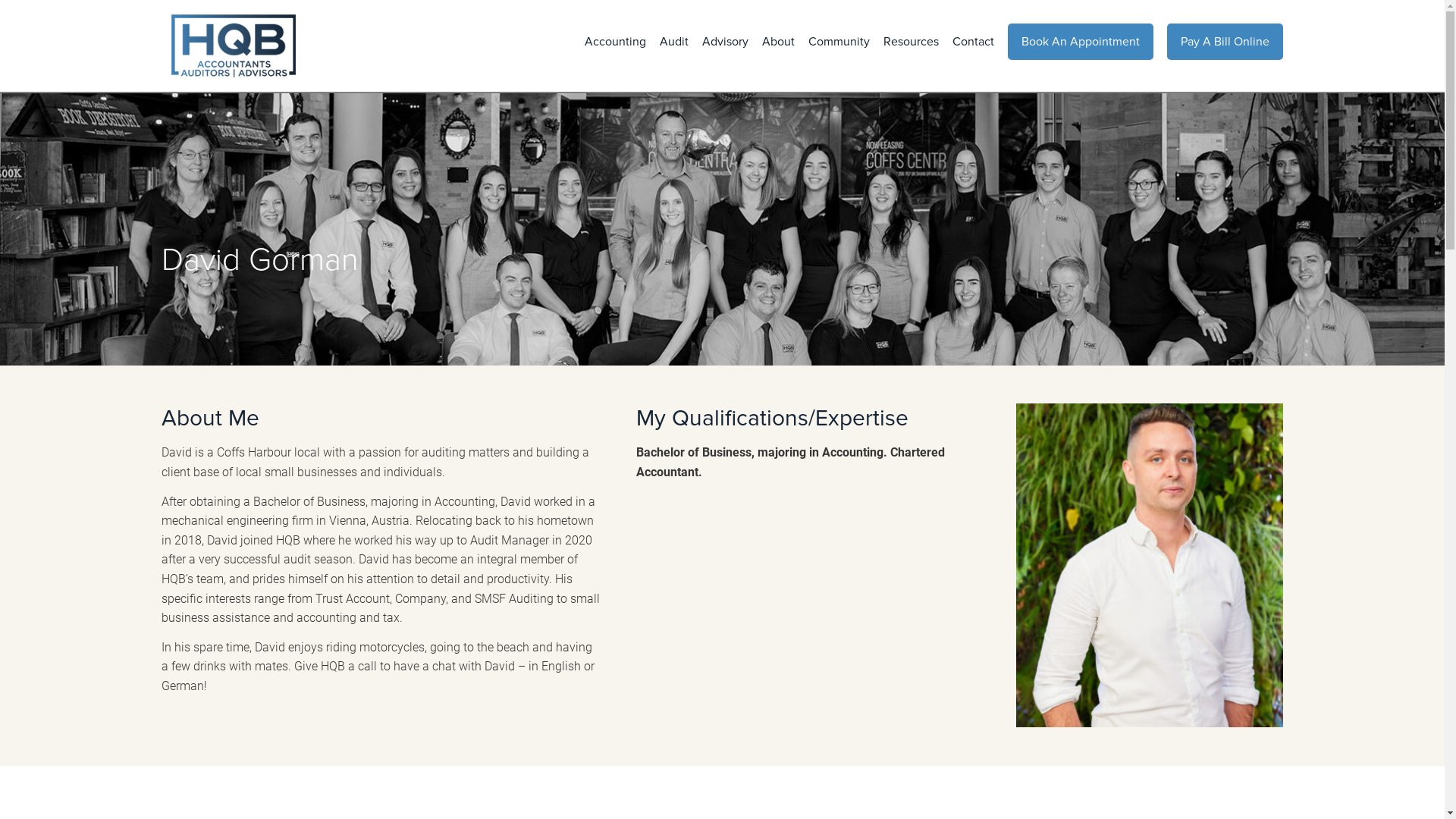 The width and height of the screenshot is (1456, 819). I want to click on 'Accounting', so click(608, 40).